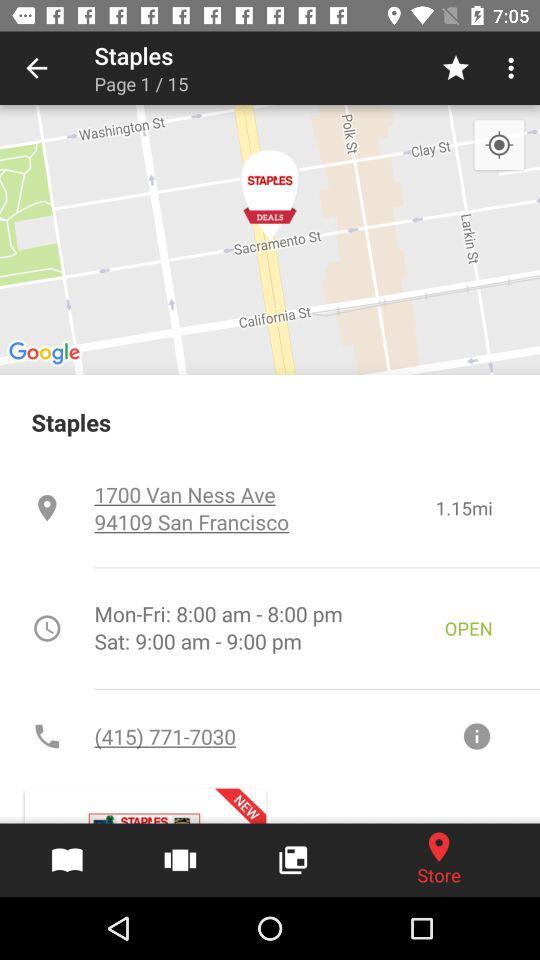  What do you see at coordinates (475, 735) in the screenshot?
I see `information` at bounding box center [475, 735].